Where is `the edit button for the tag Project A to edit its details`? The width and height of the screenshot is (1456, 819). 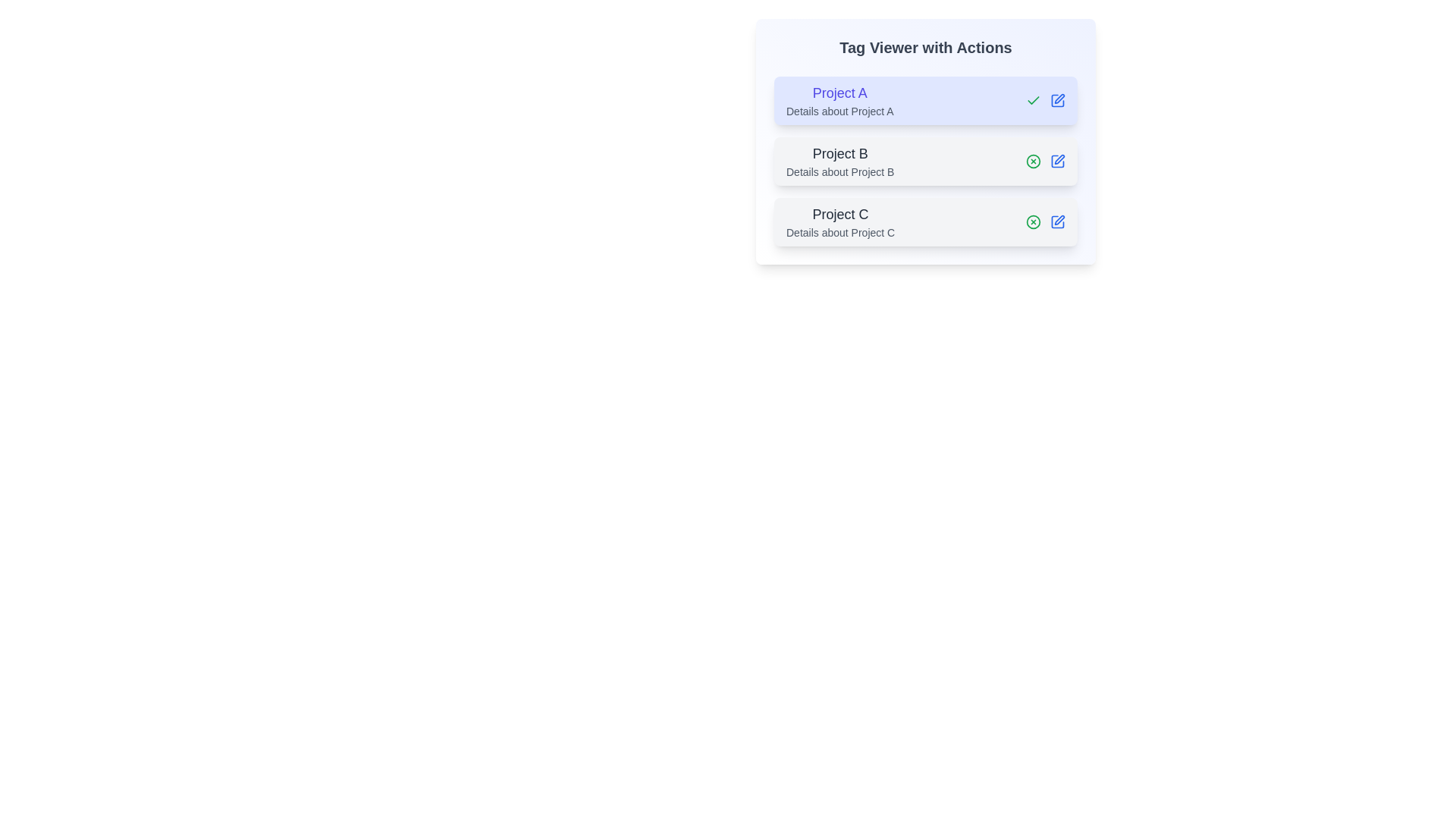 the edit button for the tag Project A to edit its details is located at coordinates (1057, 100).